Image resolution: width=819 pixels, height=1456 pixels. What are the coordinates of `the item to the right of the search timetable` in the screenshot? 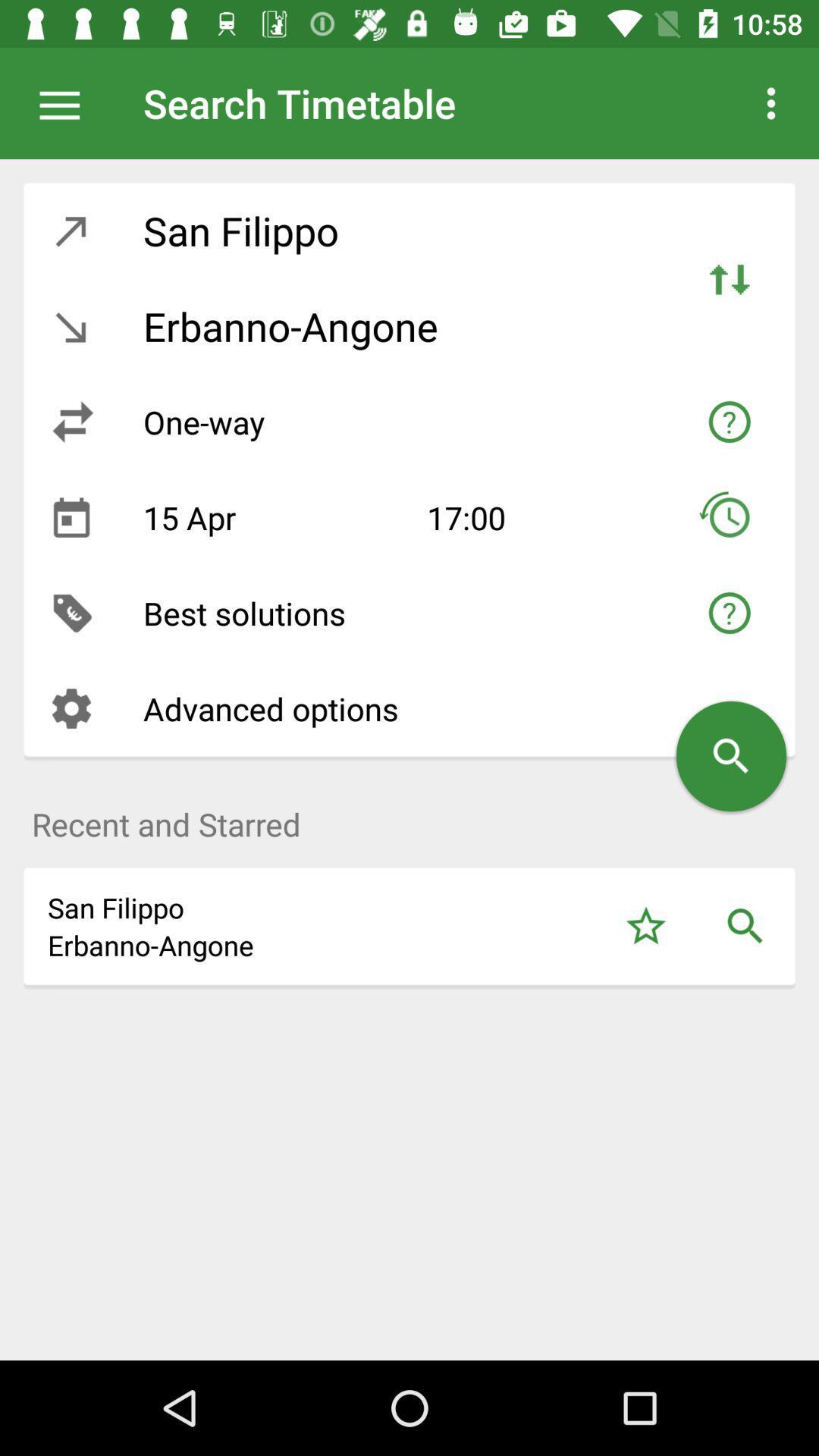 It's located at (771, 102).